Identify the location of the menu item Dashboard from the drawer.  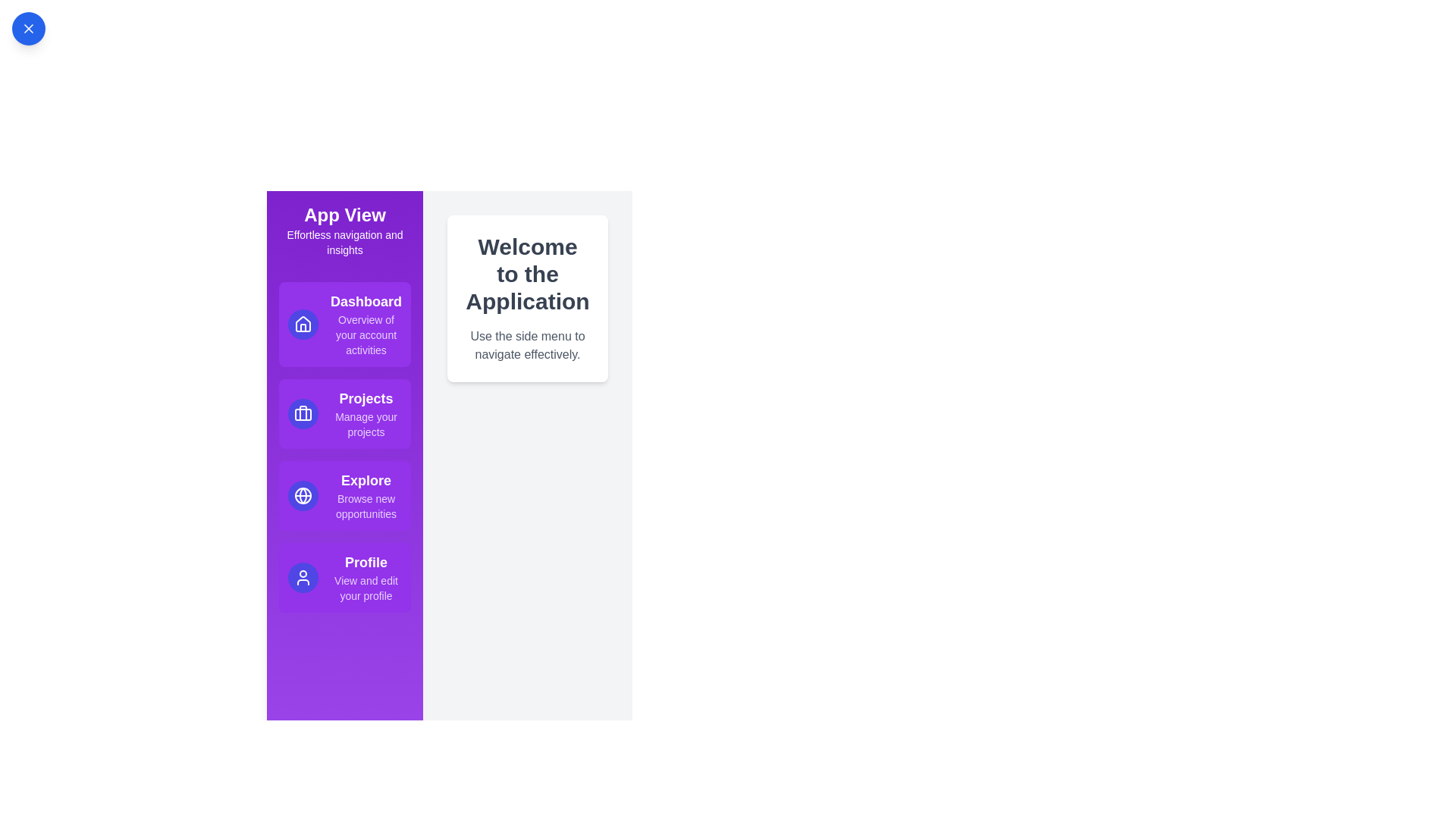
(344, 324).